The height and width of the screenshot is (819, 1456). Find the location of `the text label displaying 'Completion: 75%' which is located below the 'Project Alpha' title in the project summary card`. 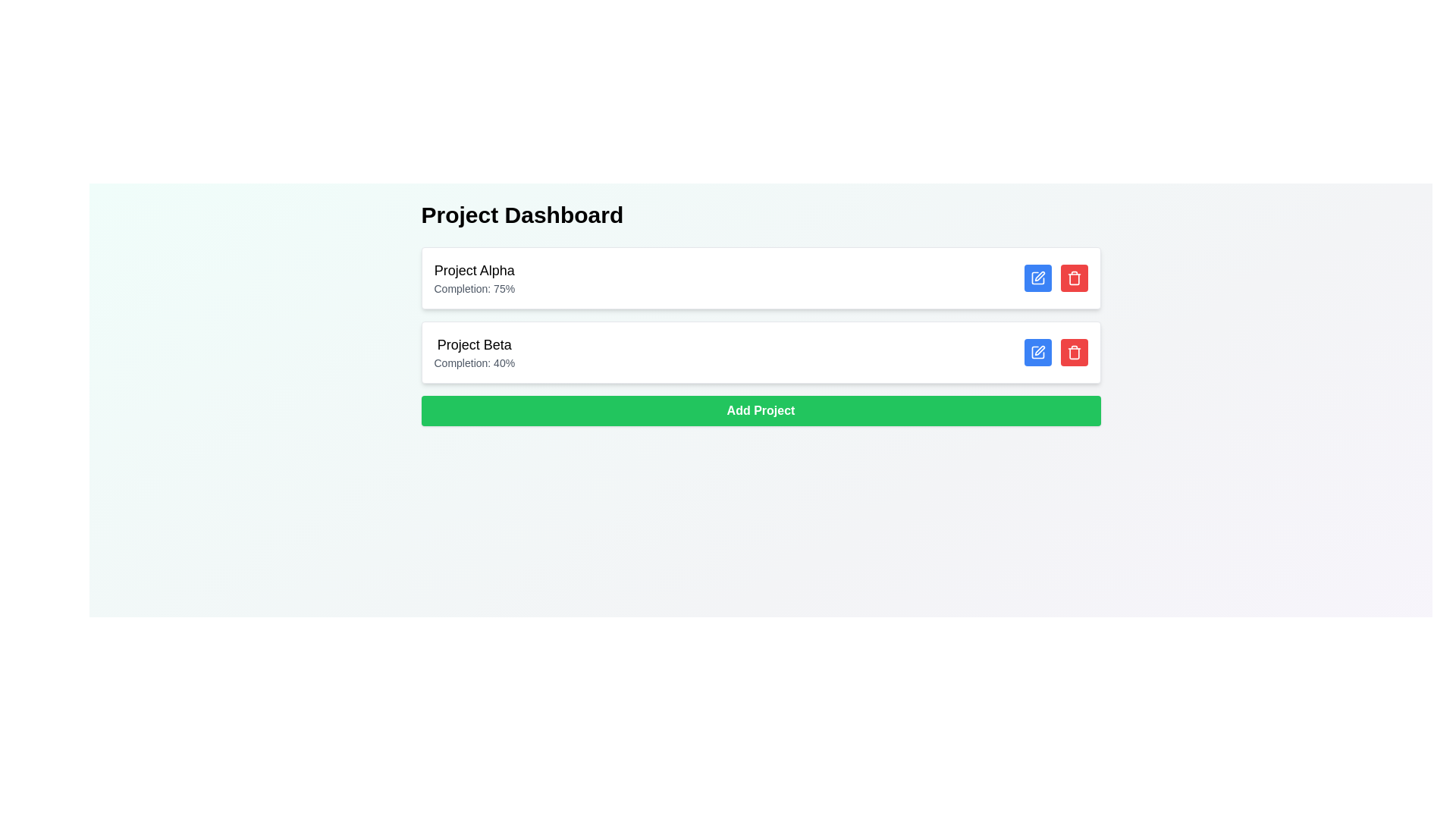

the text label displaying 'Completion: 75%' which is located below the 'Project Alpha' title in the project summary card is located at coordinates (473, 289).